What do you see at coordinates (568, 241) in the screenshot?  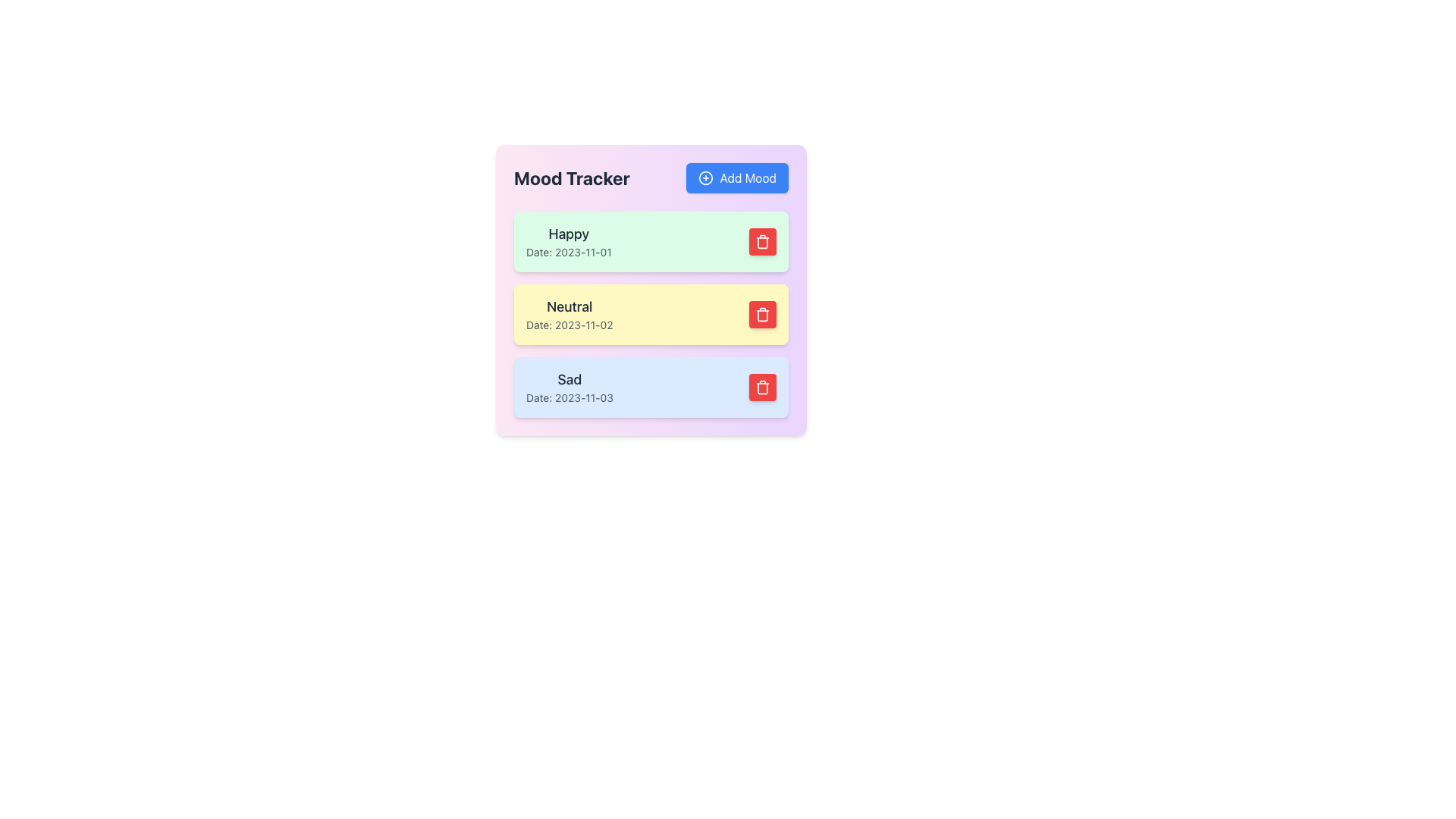 I see `the static text display that shows 'Happy' in bold and larger font, with the date '2023-11-01' below it, located in the uppermost green box of the 'Mood Tracker' interface` at bounding box center [568, 241].